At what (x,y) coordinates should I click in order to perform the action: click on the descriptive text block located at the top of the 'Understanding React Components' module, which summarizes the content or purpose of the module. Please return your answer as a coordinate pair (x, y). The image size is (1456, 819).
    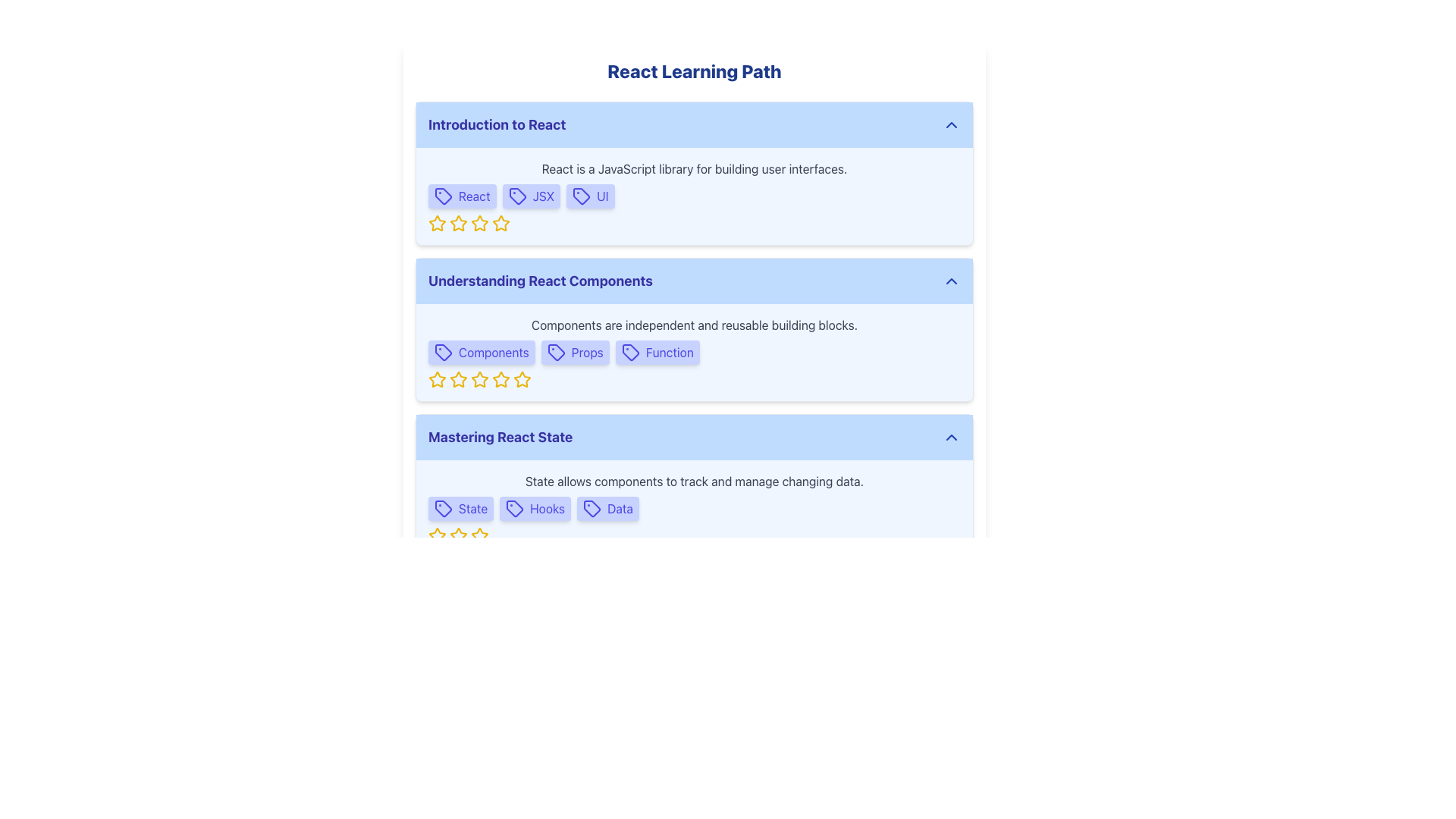
    Looking at the image, I should click on (694, 324).